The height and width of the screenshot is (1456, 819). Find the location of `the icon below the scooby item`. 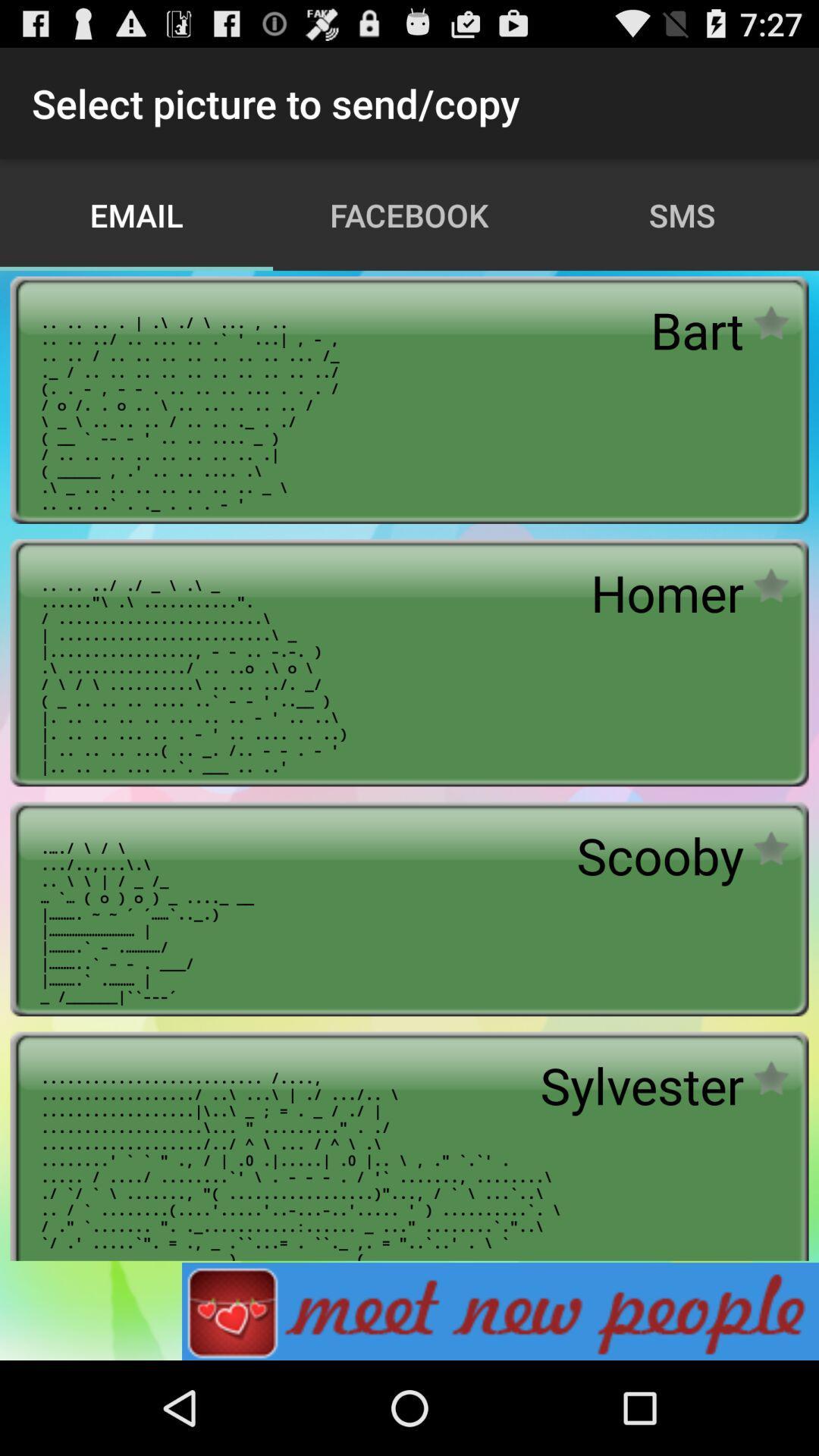

the icon below the scooby item is located at coordinates (642, 1084).